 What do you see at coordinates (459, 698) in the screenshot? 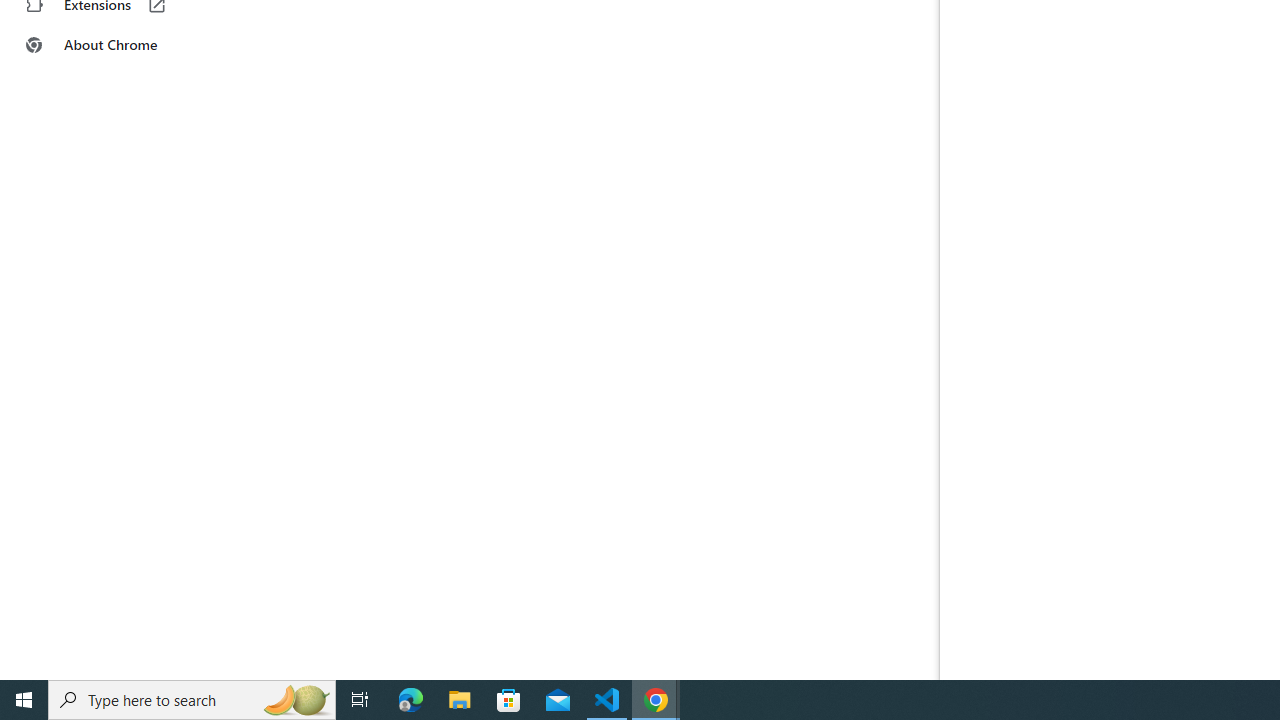
I see `'File Explorer'` at bounding box center [459, 698].